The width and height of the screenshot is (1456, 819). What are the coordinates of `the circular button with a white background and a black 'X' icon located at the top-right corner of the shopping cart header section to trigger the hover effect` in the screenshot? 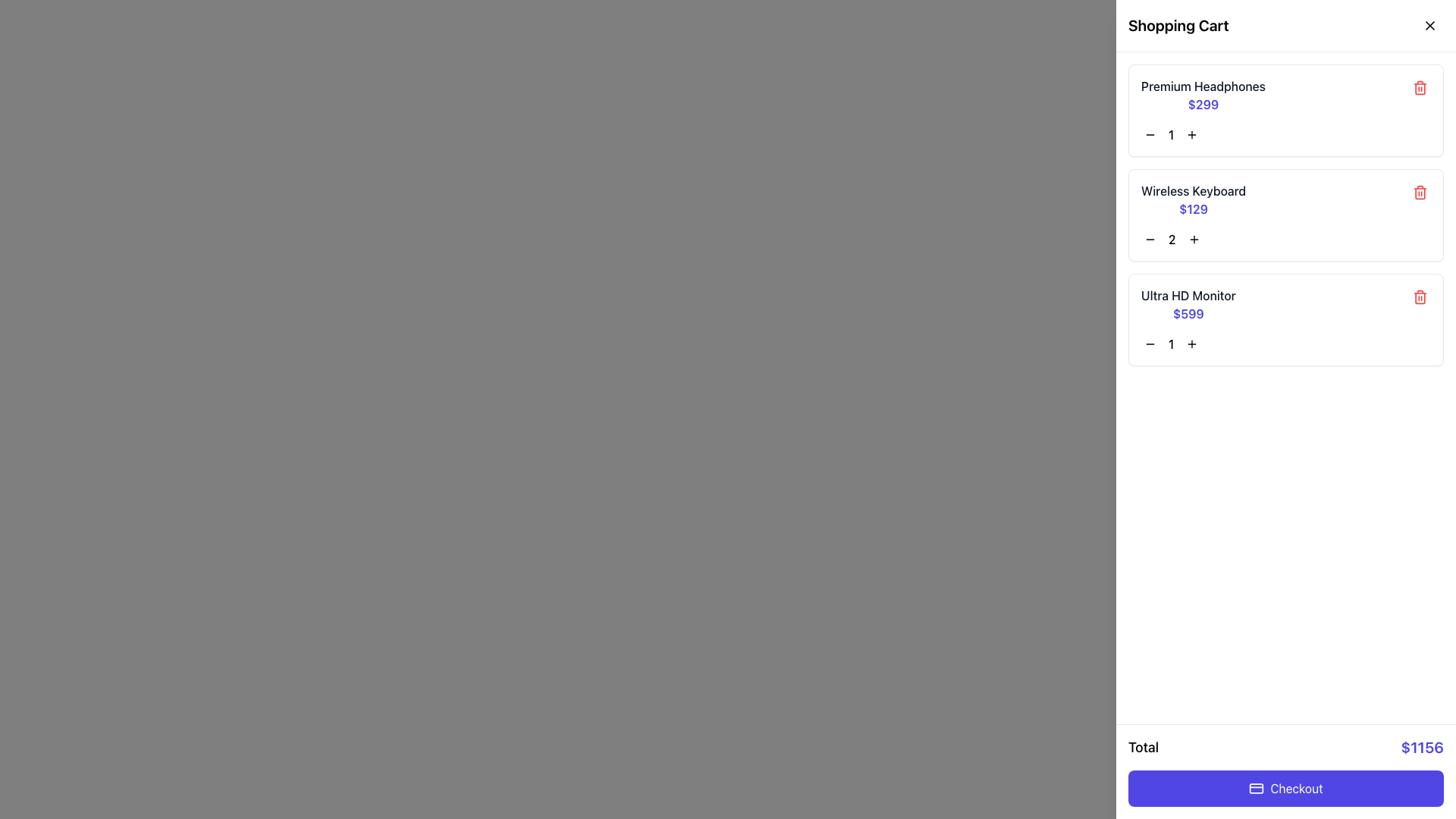 It's located at (1429, 26).